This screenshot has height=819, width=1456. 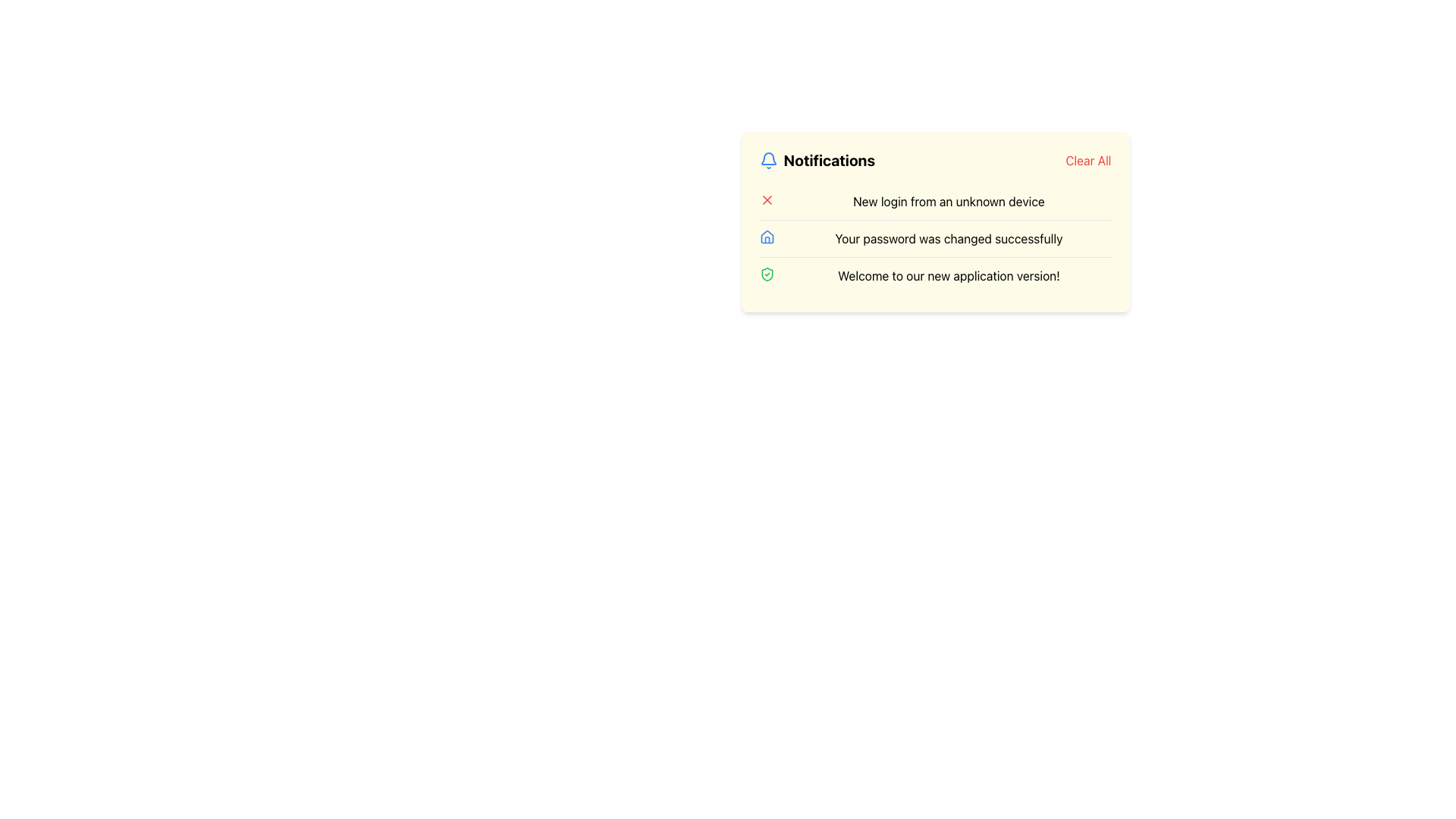 I want to click on the green shield icon with a checkmark, which indicates a success or security status, located in the notification list next to the text 'Welcome to our new application version!', so click(x=767, y=275).